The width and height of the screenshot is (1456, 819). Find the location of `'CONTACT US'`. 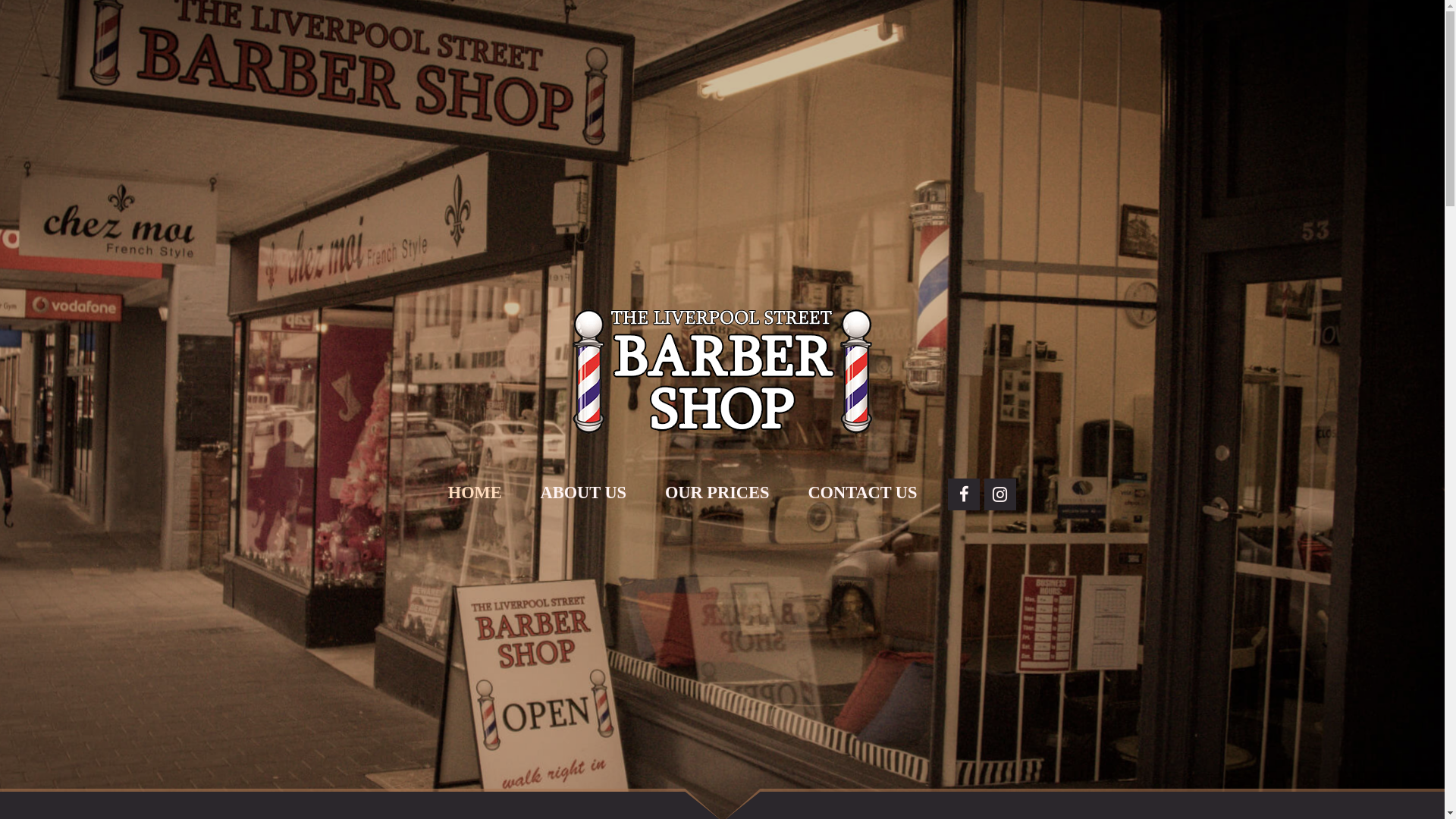

'CONTACT US' is located at coordinates (795, 493).